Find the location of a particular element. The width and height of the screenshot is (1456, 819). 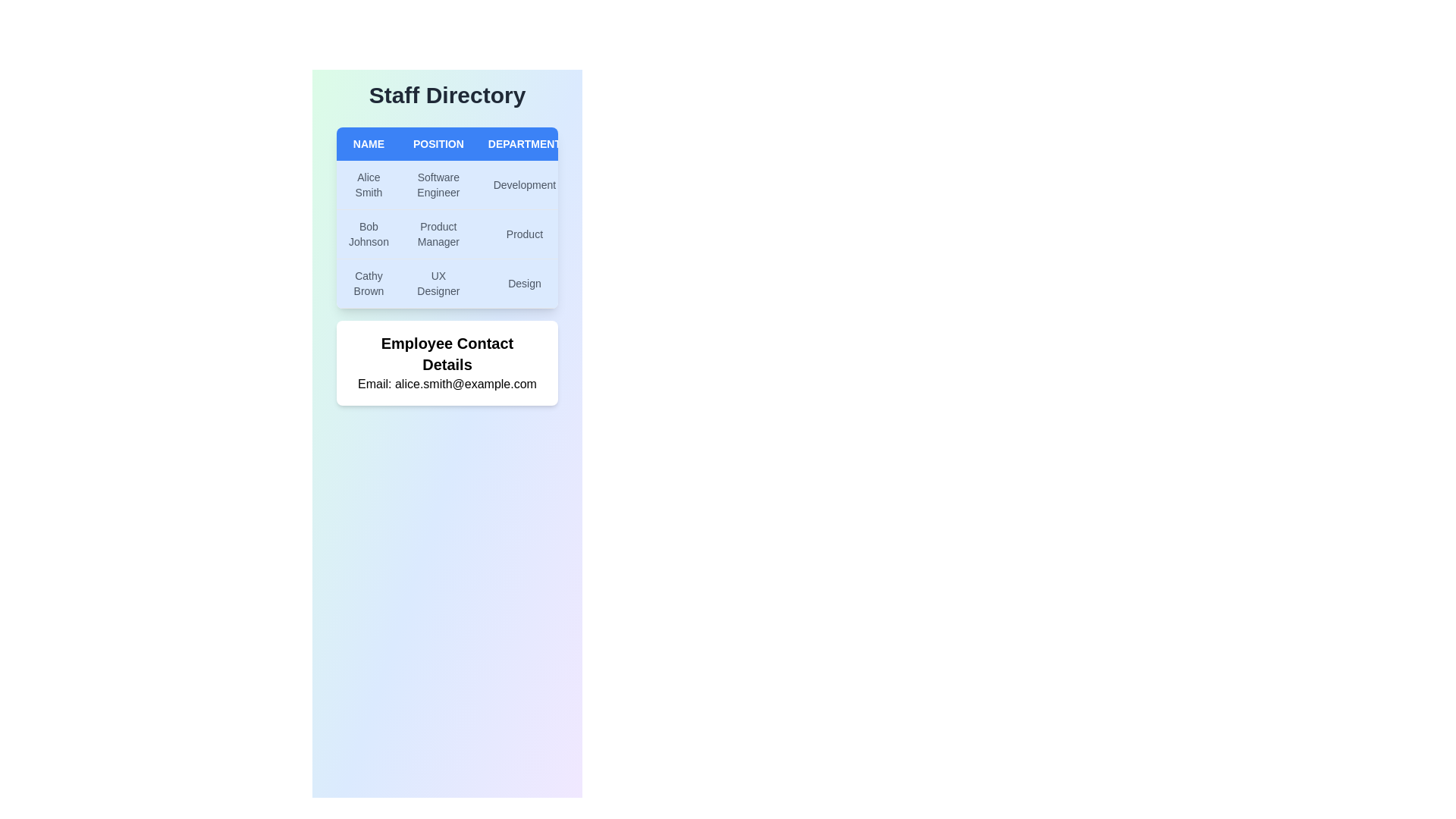

the table row containing detailed information on 'Bob Johnson' in the staff directory is located at coordinates (447, 218).